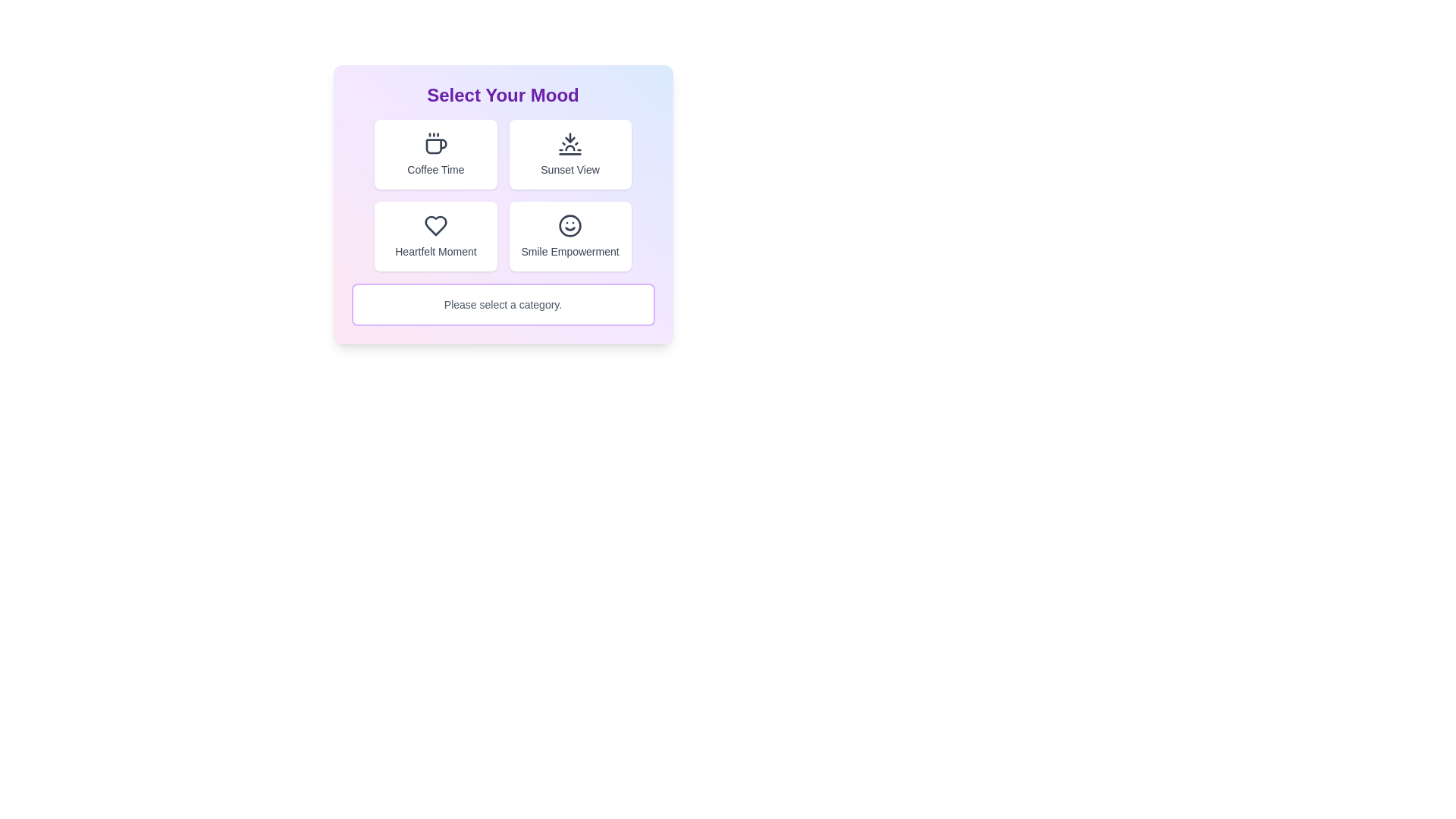  What do you see at coordinates (503, 304) in the screenshot?
I see `the text label that says 'Please select a category.' which is styled with a gray color and located at the bottom center of the 'Select Your Mood' box` at bounding box center [503, 304].